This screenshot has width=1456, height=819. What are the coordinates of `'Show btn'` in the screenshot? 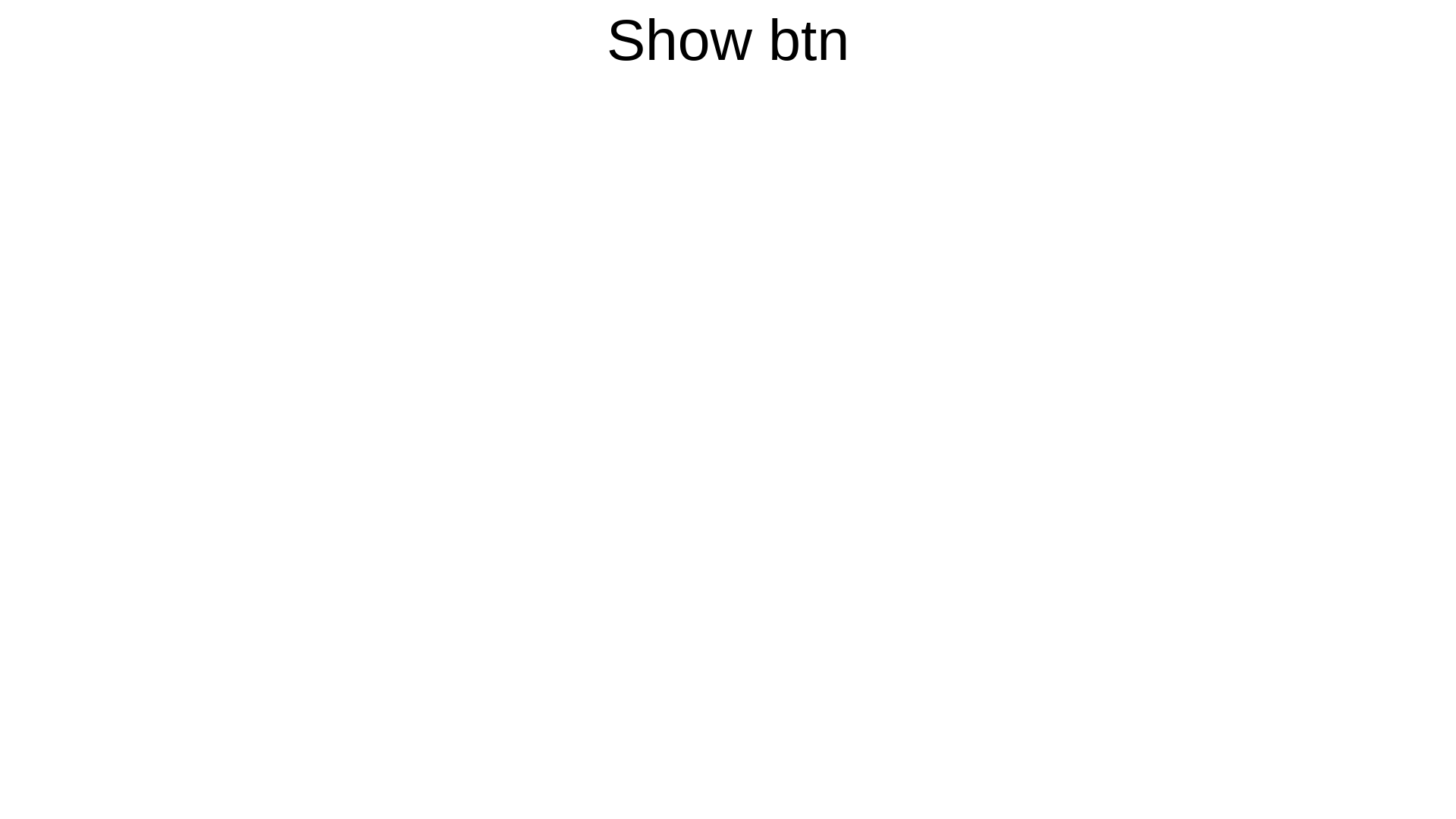 It's located at (728, 38).